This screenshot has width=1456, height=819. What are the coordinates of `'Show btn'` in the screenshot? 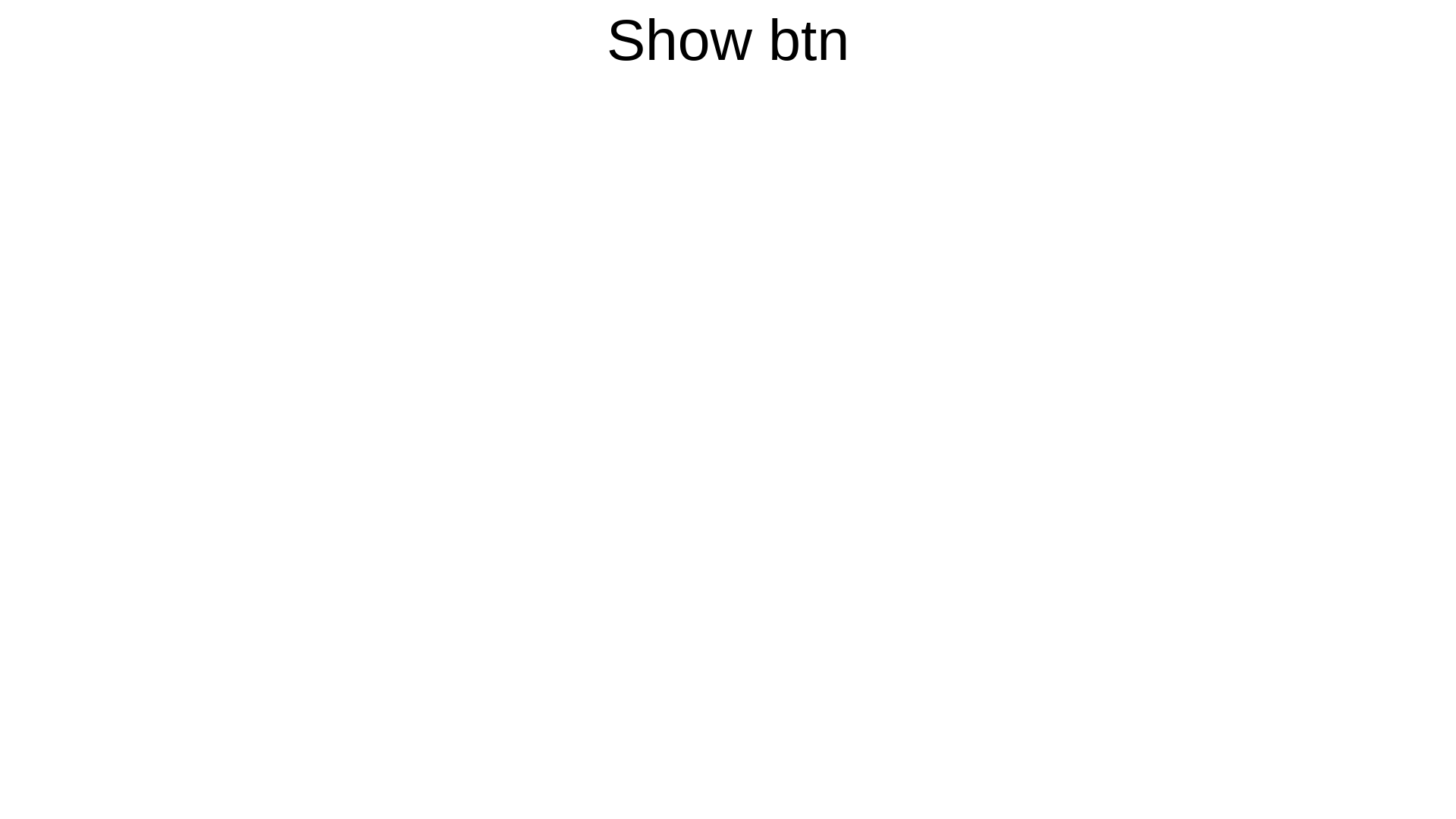 It's located at (728, 38).